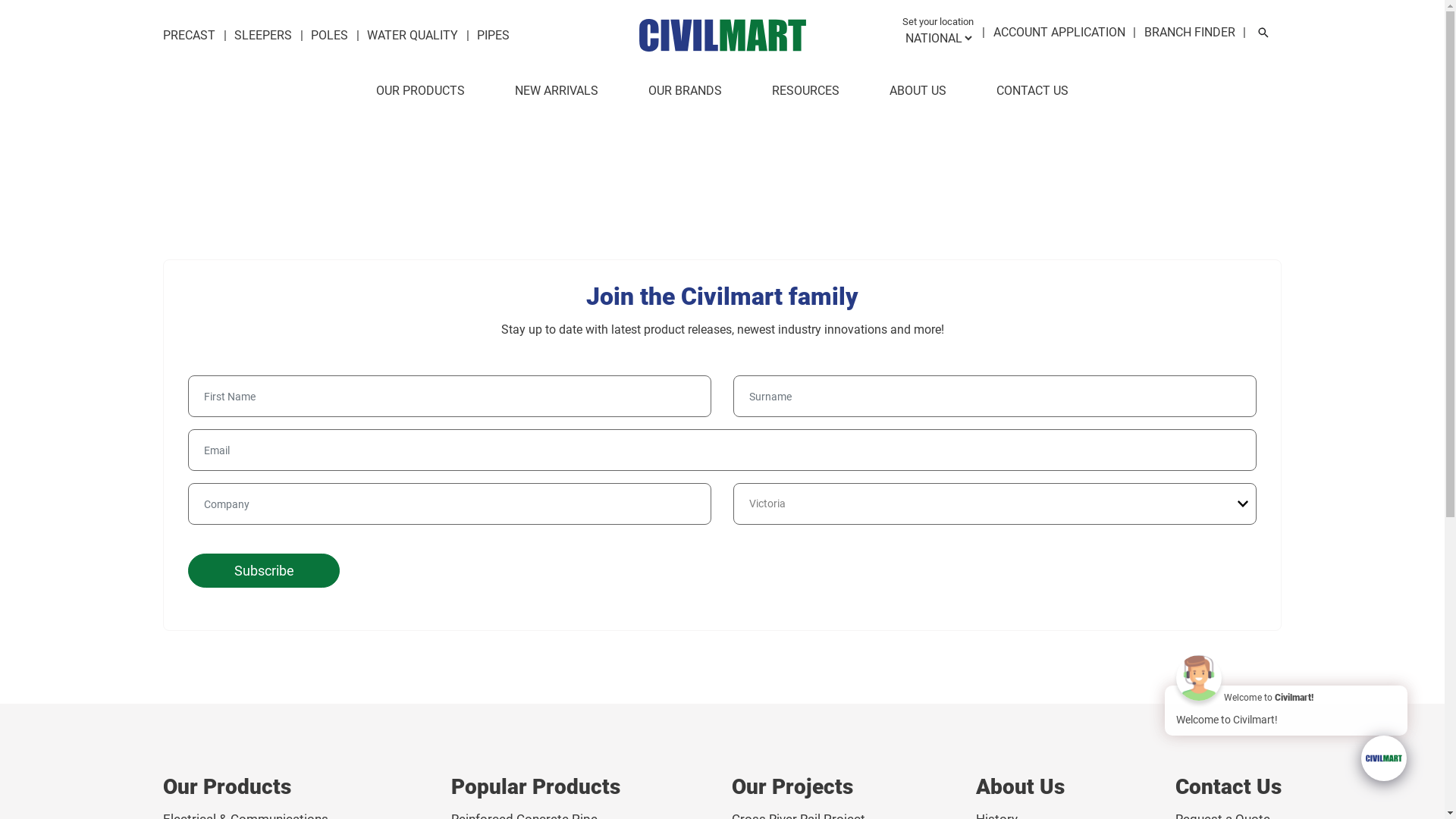  Describe the element at coordinates (1058, 32) in the screenshot. I see `'ACCOUNT APPLICATION'` at that location.